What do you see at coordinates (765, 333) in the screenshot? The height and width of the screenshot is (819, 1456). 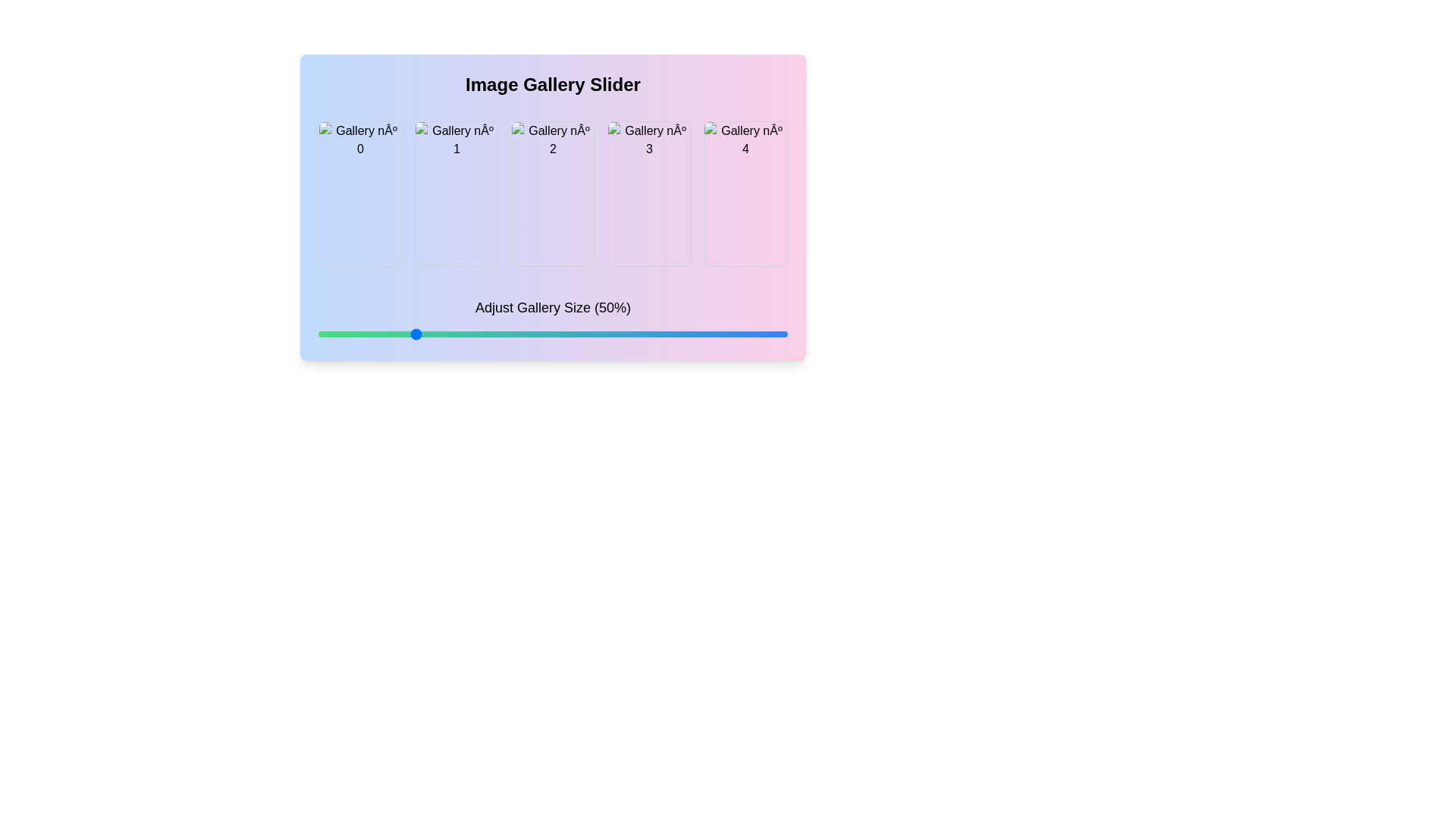 I see `the gallery size slider to 144%` at bounding box center [765, 333].